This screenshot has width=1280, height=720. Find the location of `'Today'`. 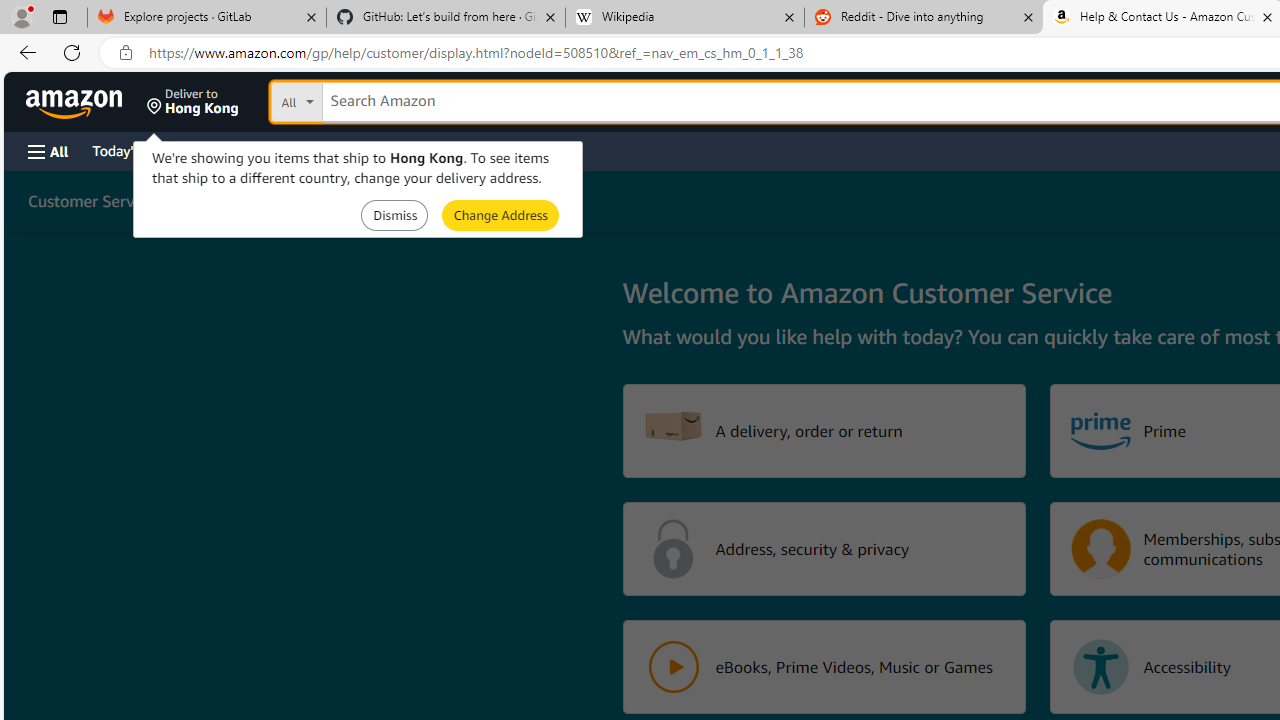

'Today' is located at coordinates (133, 149).